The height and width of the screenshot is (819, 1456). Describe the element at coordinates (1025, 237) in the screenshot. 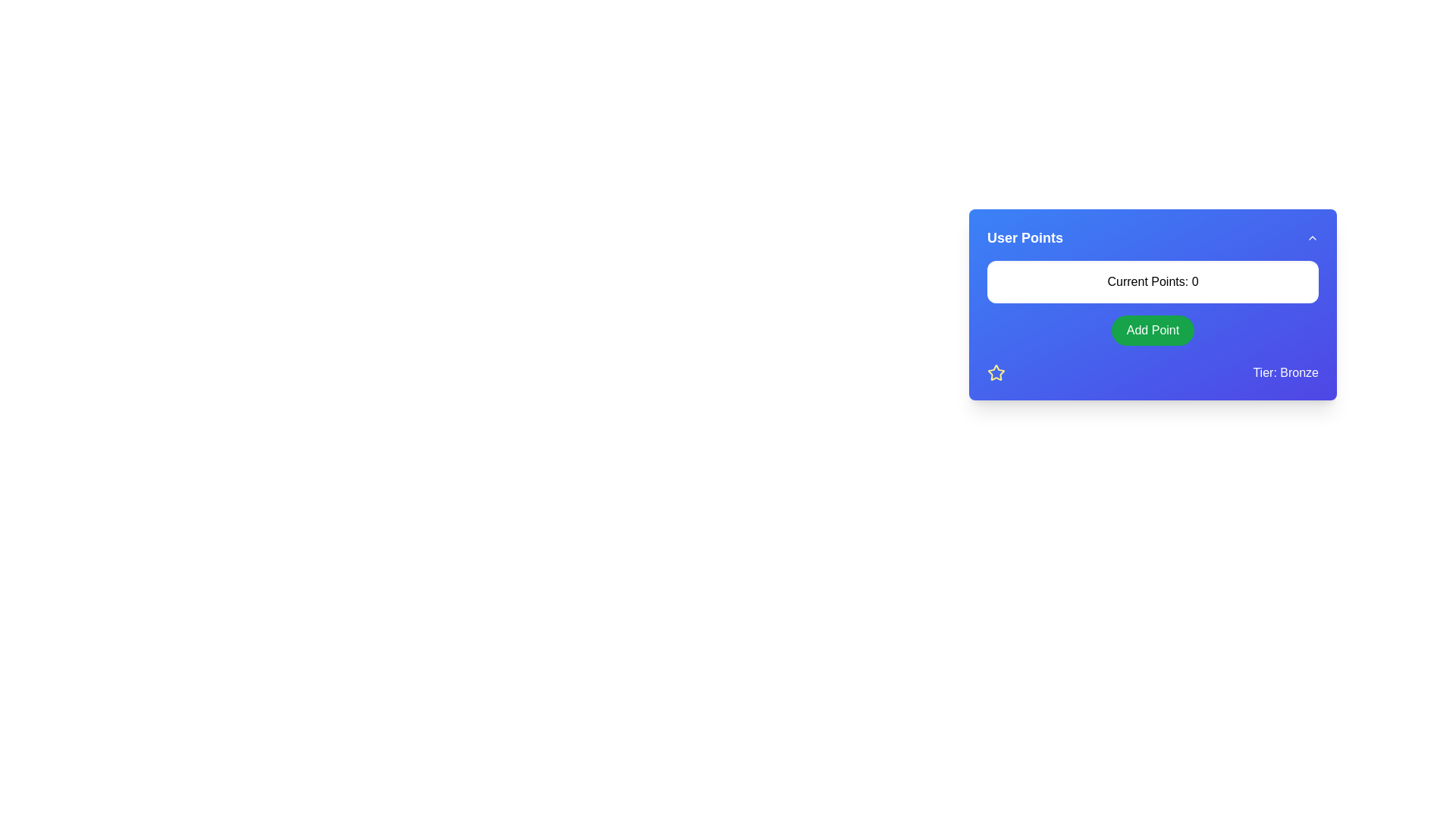

I see `the 'User Points' text label, which is displayed in bold white font on a blue background and serves as a heading for the section below` at that location.